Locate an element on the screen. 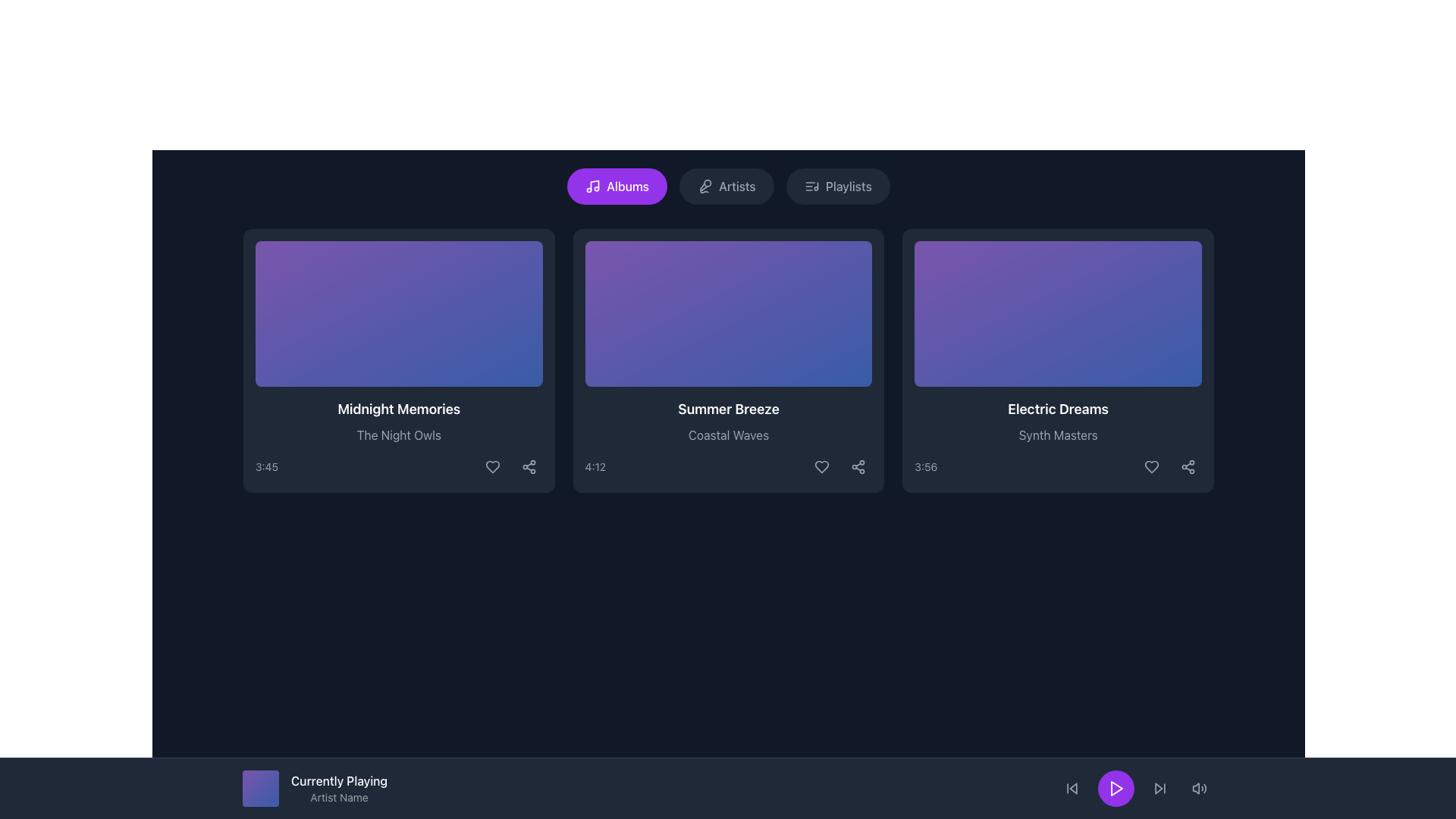 This screenshot has height=819, width=1456. the text label displaying 'Artist Name' in gray color, located in the bottom bar below 'Currently Playing' is located at coordinates (338, 797).